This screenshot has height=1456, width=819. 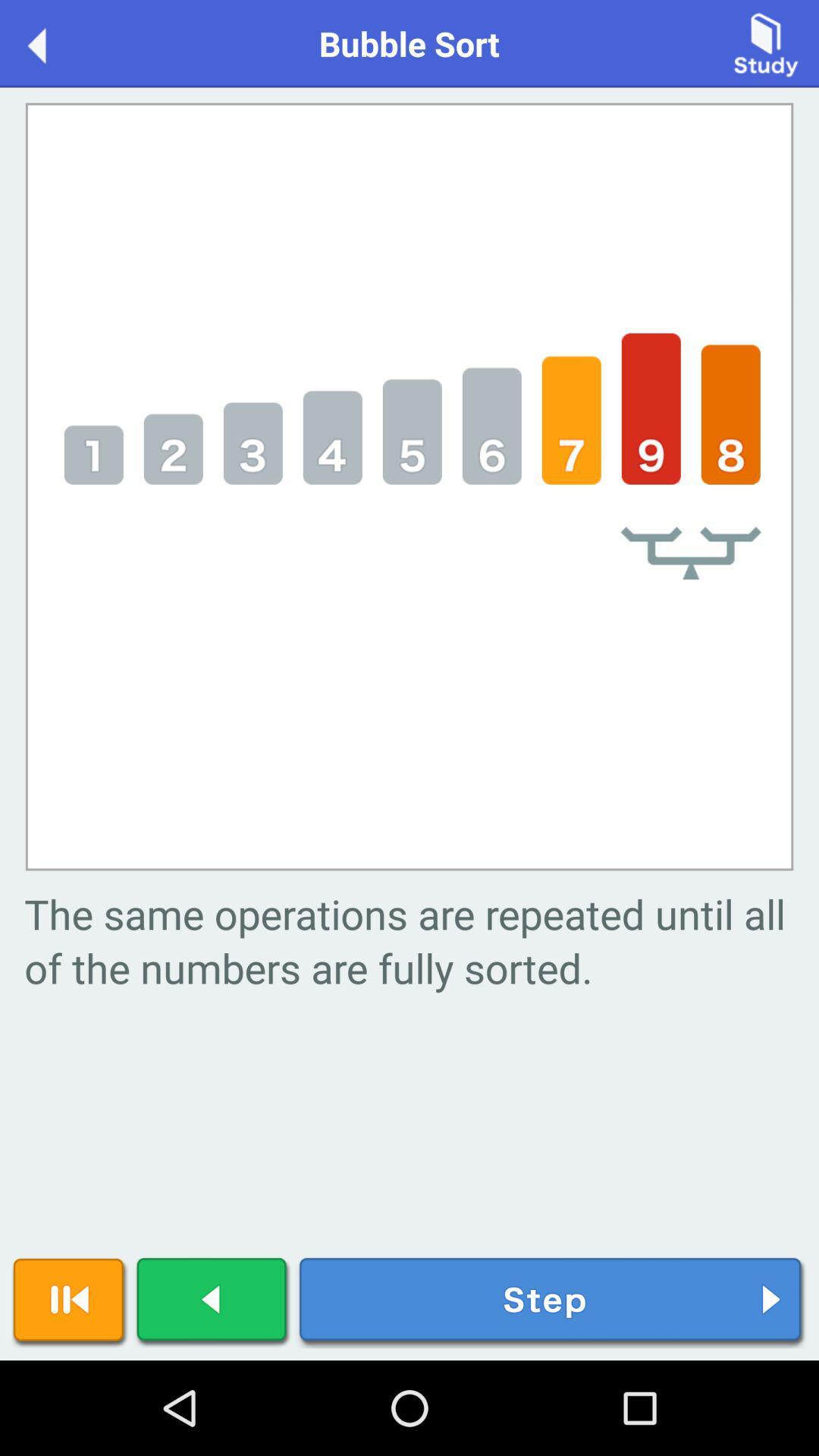 I want to click on go back, so click(x=213, y=1301).